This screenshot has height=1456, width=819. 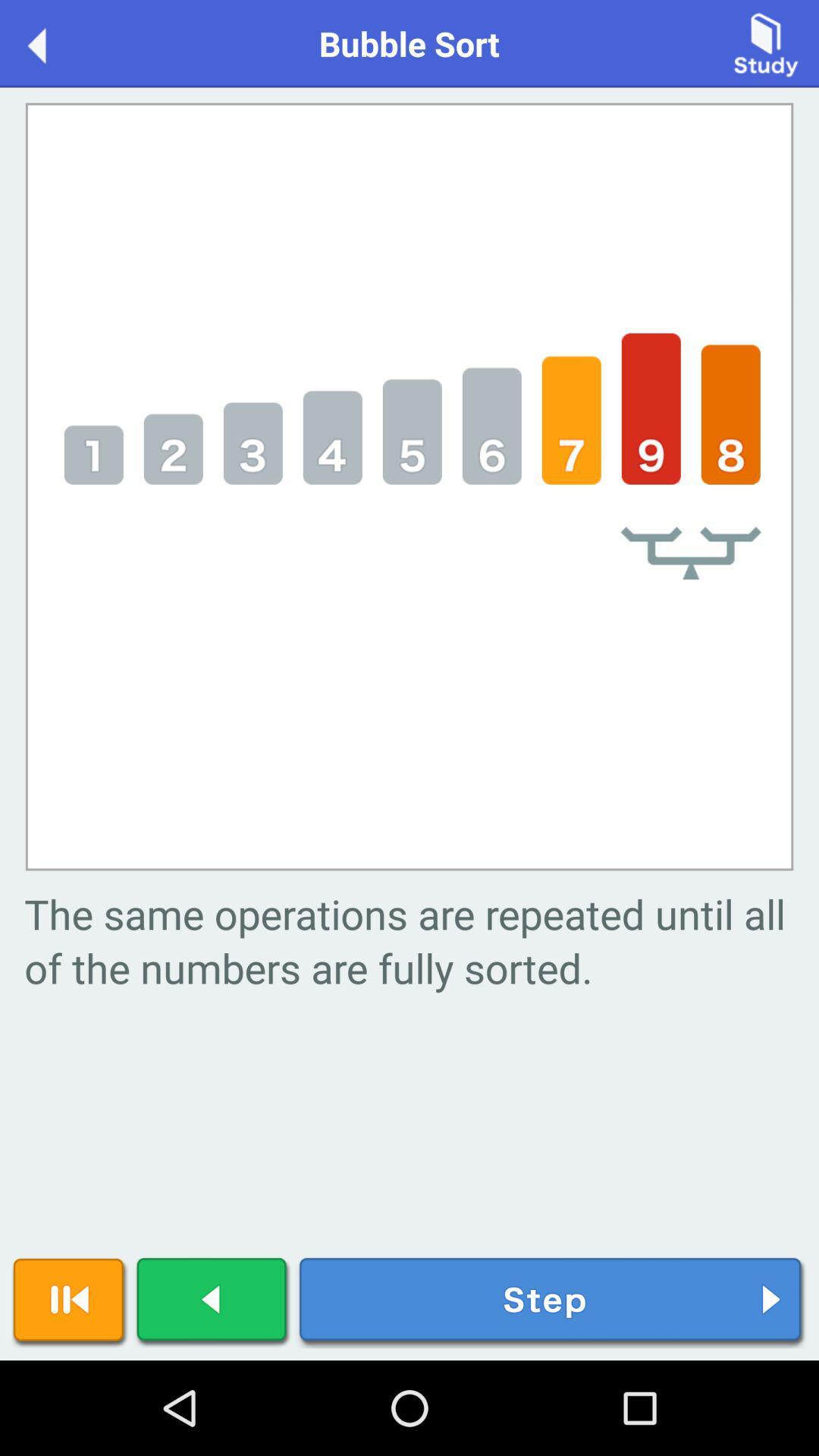 I want to click on go back, so click(x=213, y=1301).